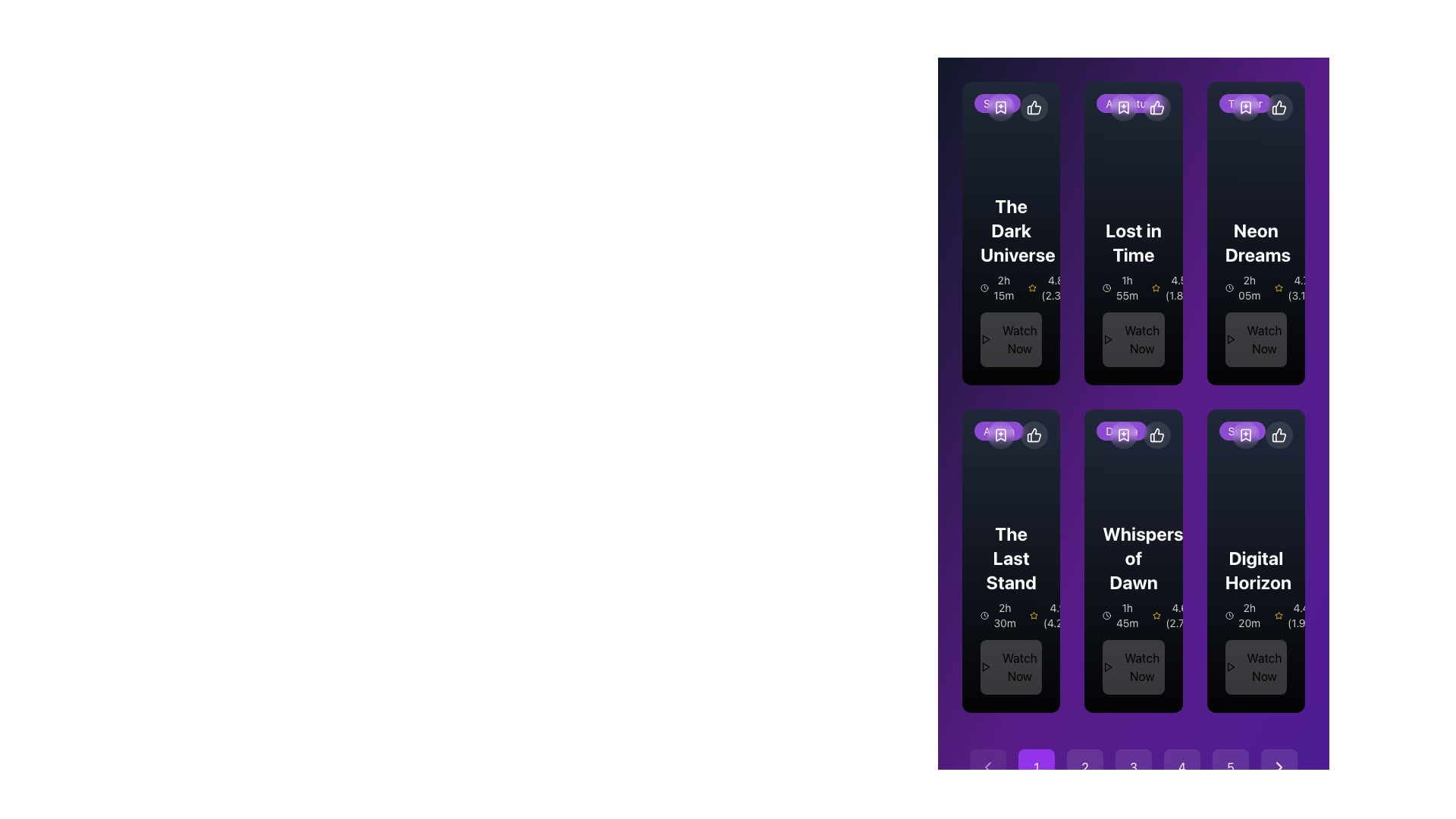  I want to click on the state change of the yellow star icon indicating an active rating for the 'Neon Dreams' card, which is located on the right-most card in the group, so click(1278, 287).